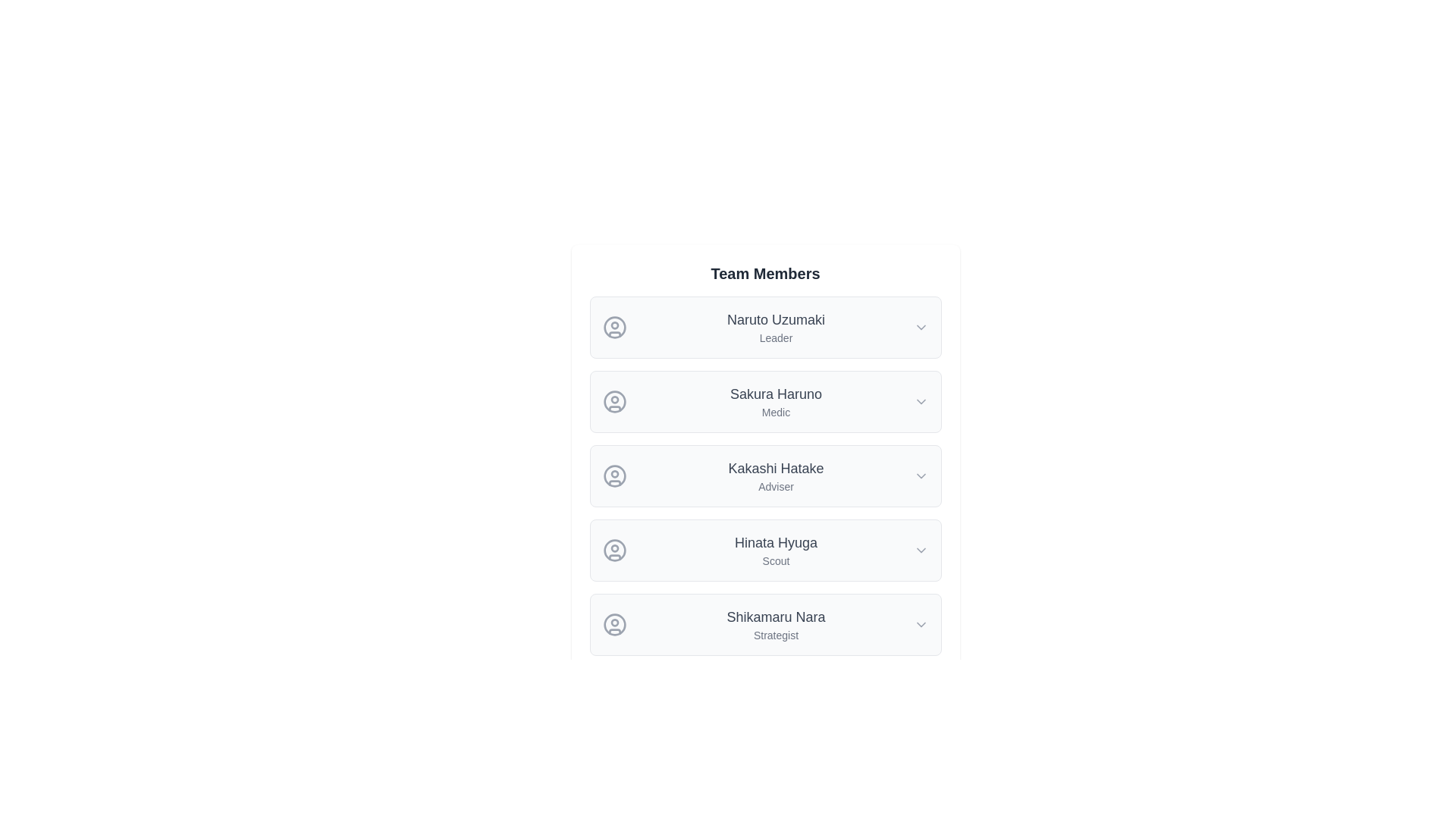 This screenshot has width=1456, height=819. What do you see at coordinates (776, 625) in the screenshot?
I see `text content of the Text Block displaying 'Shikamaru Nara' and its subtitle 'Strategist', located in the fifth card of the 'Team Members' list` at bounding box center [776, 625].